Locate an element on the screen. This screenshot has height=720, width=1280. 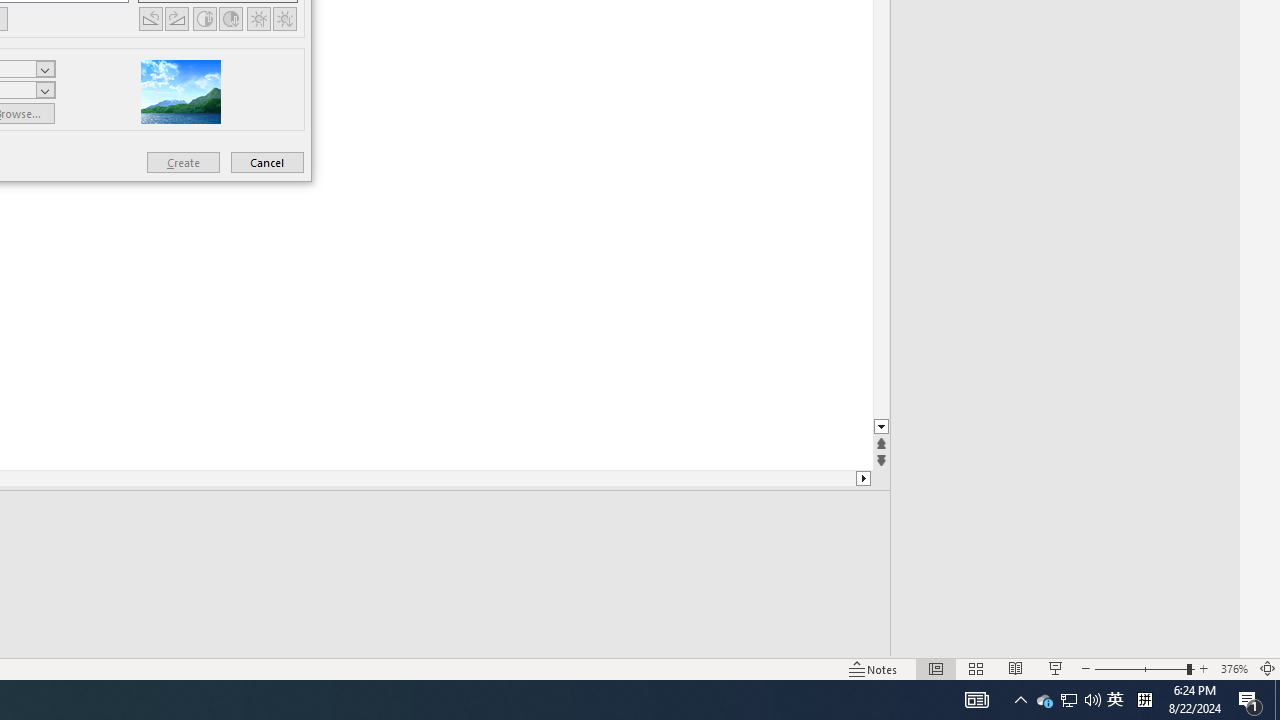
'Zoom 376%' is located at coordinates (1233, 669).